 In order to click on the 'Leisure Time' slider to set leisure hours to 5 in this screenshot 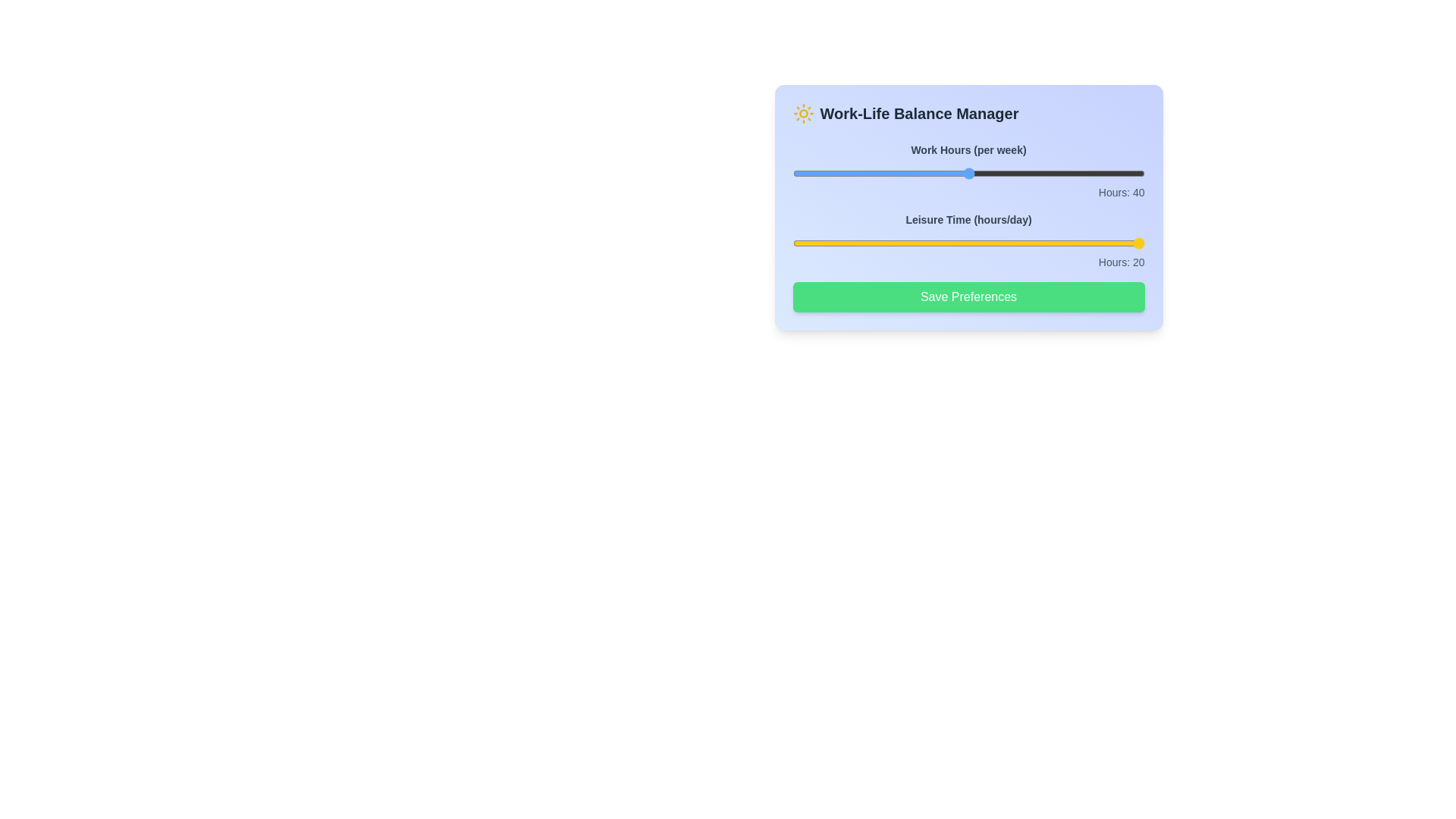, I will do `click(924, 242)`.